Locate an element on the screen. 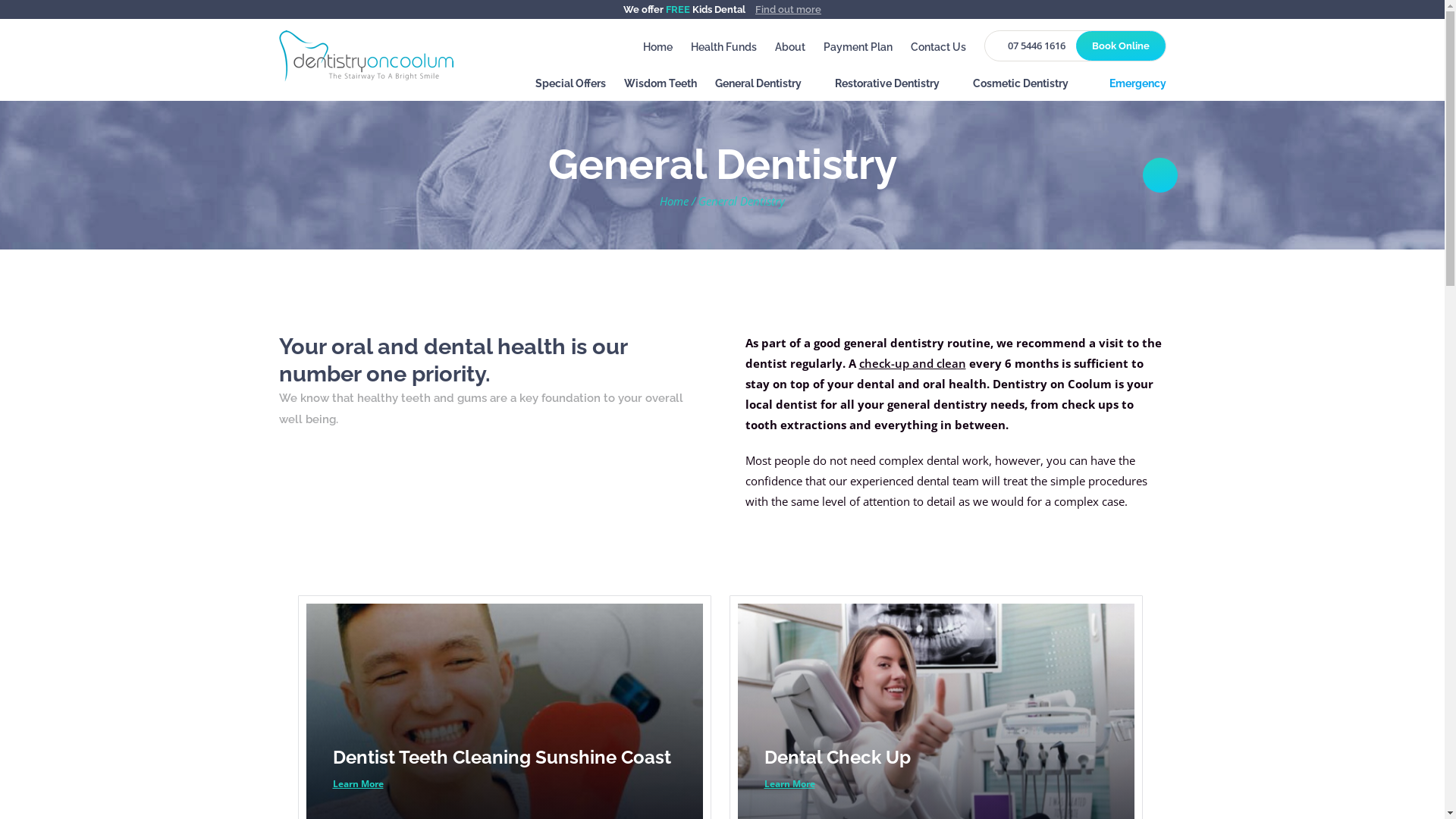  'About' is located at coordinates (789, 46).